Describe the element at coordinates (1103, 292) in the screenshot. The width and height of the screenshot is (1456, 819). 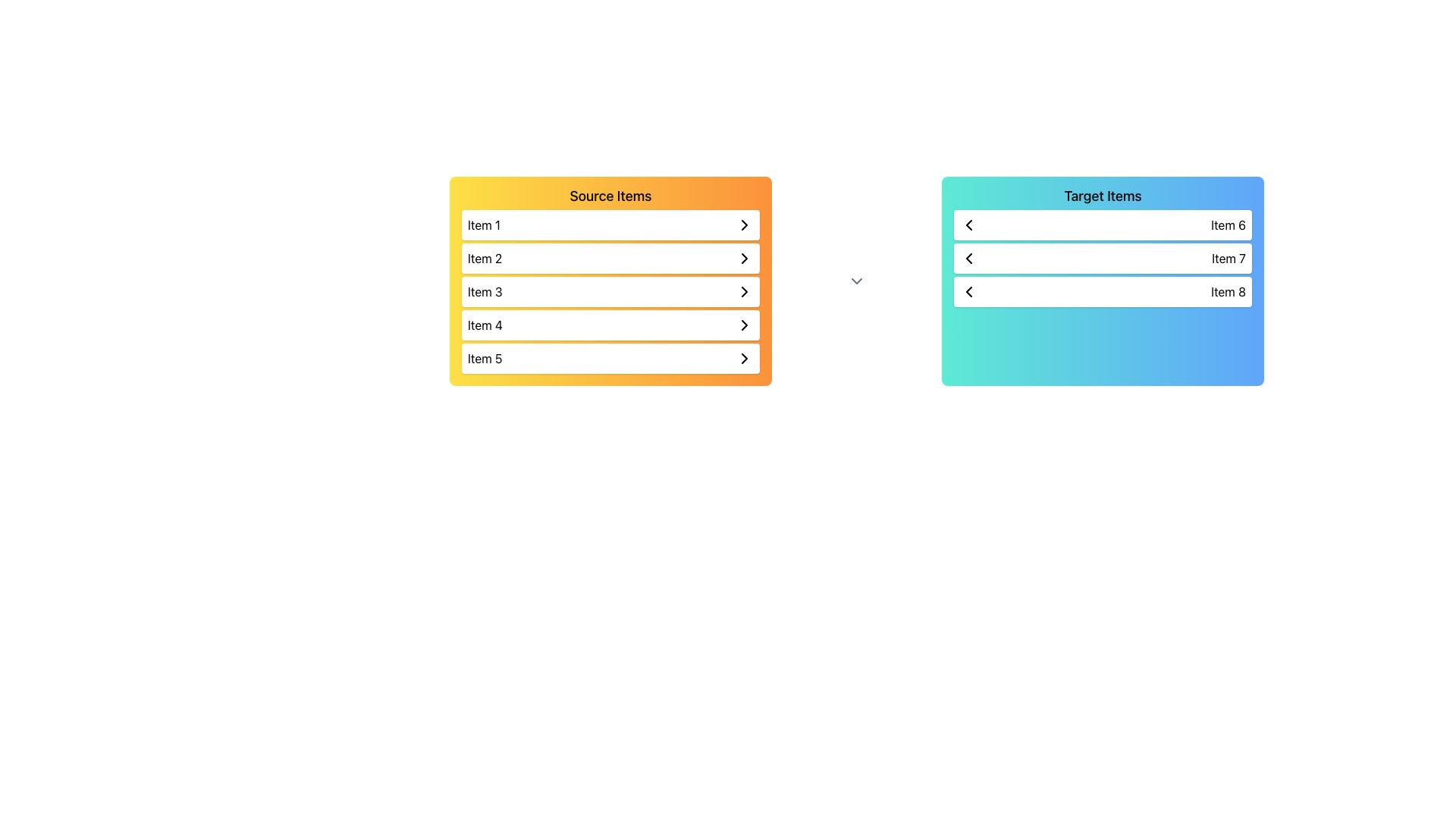
I see `the 'Item 8' list item, which has a white background and a leftward arrow icon` at that location.